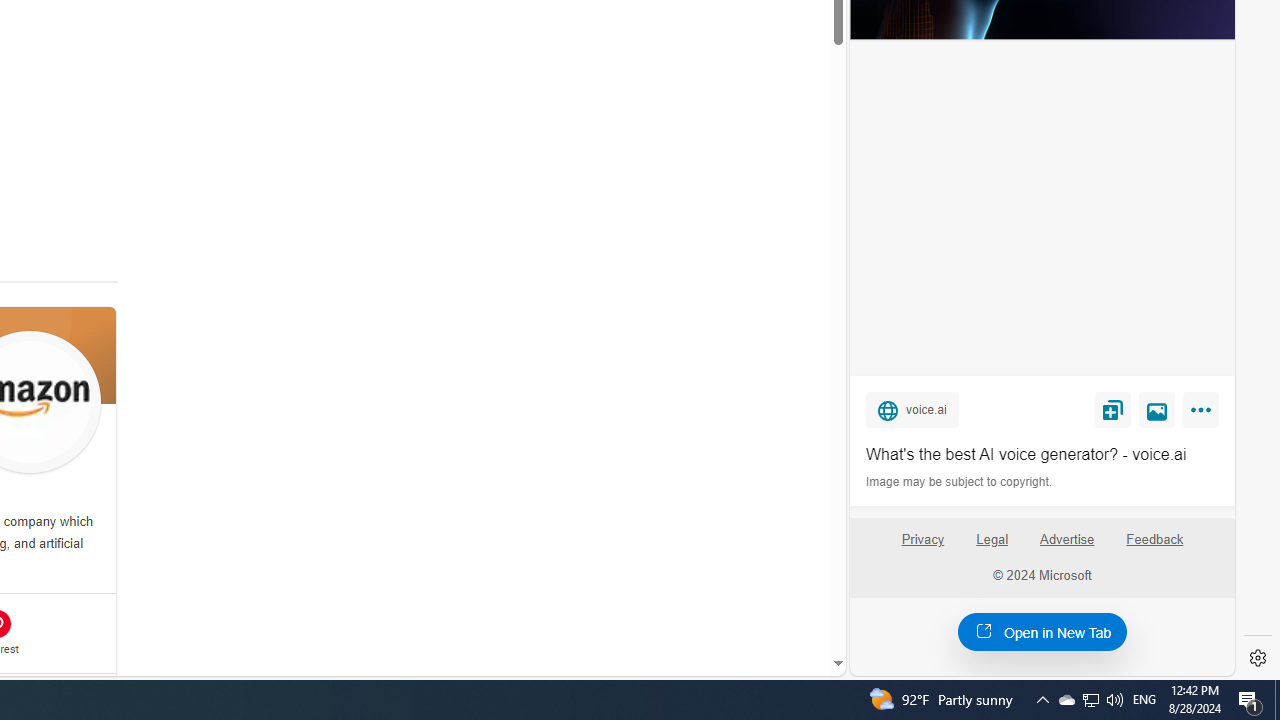 The width and height of the screenshot is (1280, 720). What do you see at coordinates (1276, 698) in the screenshot?
I see `'Show desktop'` at bounding box center [1276, 698].